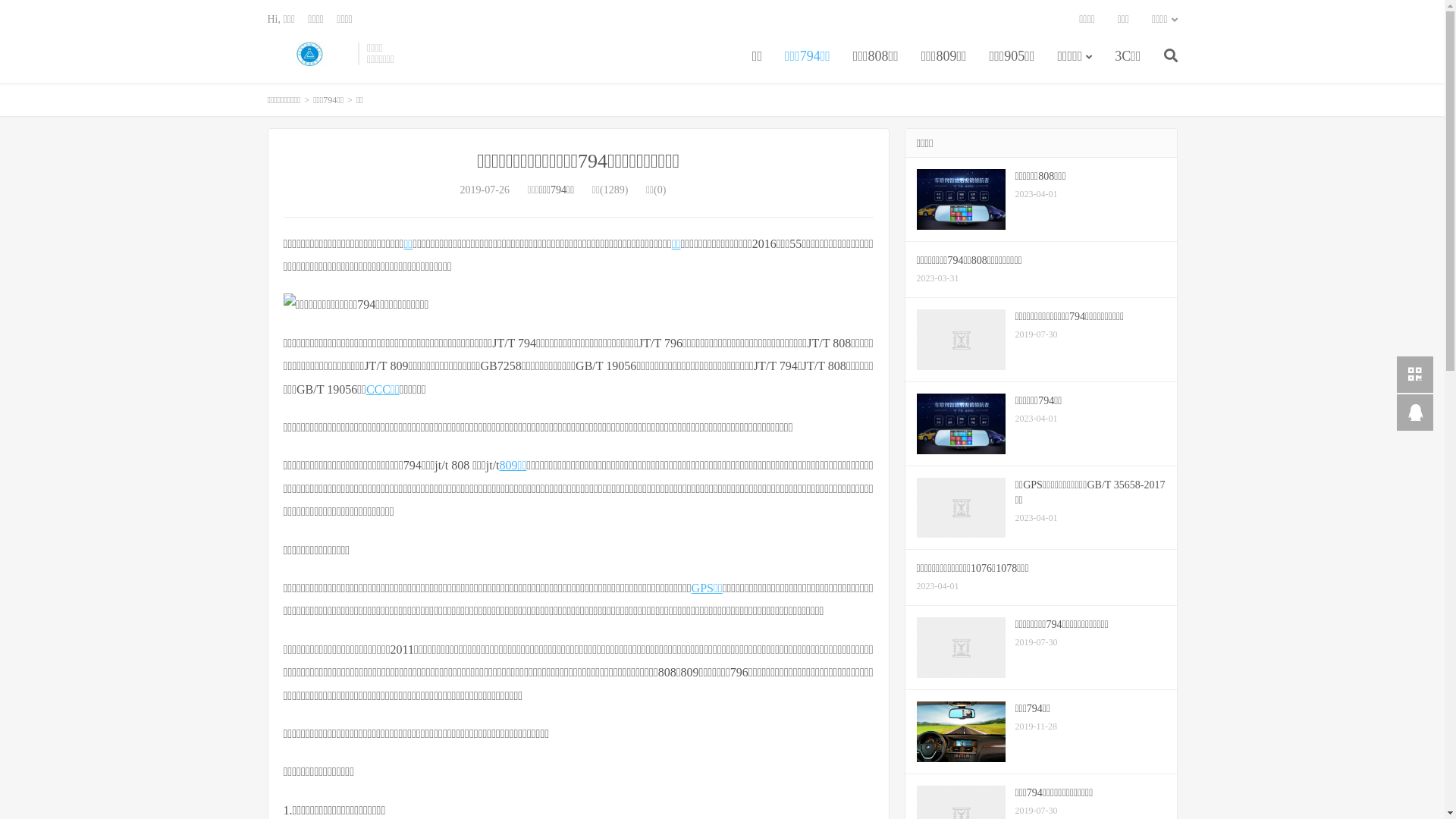 Image resolution: width=1456 pixels, height=819 pixels. What do you see at coordinates (701, 587) in the screenshot?
I see `'GPS'` at bounding box center [701, 587].